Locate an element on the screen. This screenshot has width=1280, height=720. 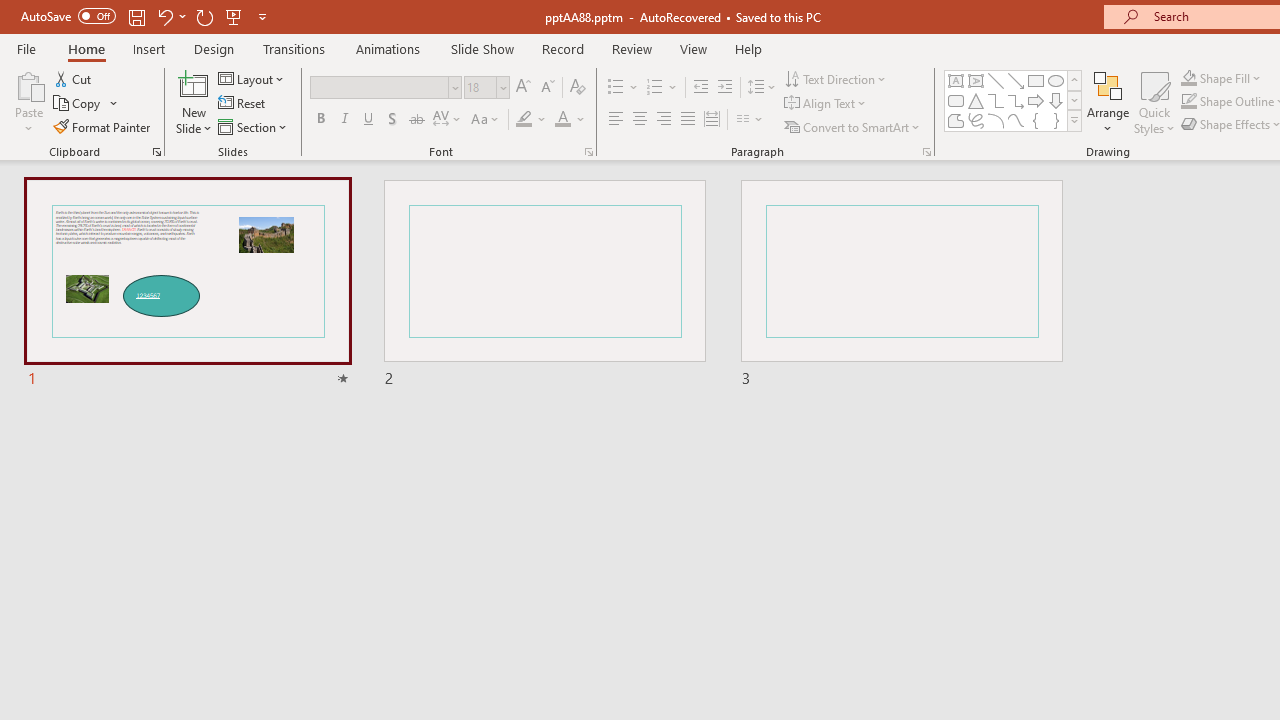
'Decrease Indent' is located at coordinates (700, 86).